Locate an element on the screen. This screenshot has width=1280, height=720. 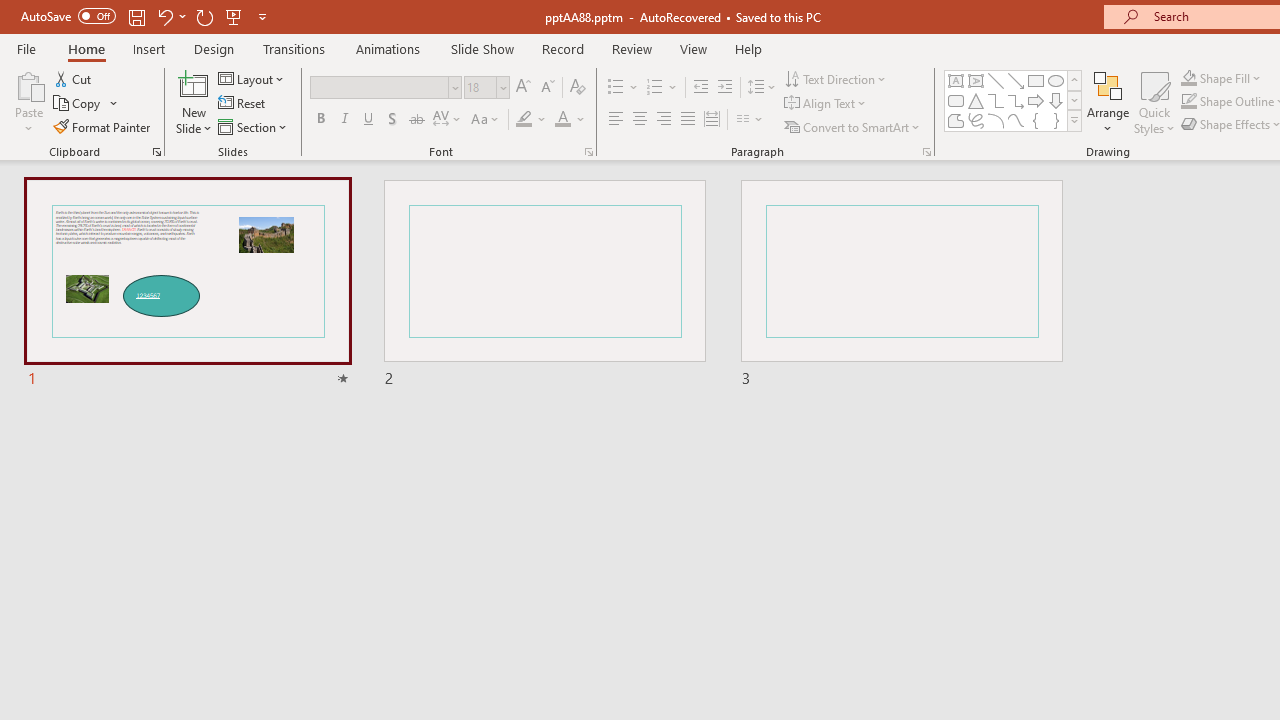
'Decrease Indent' is located at coordinates (700, 86).